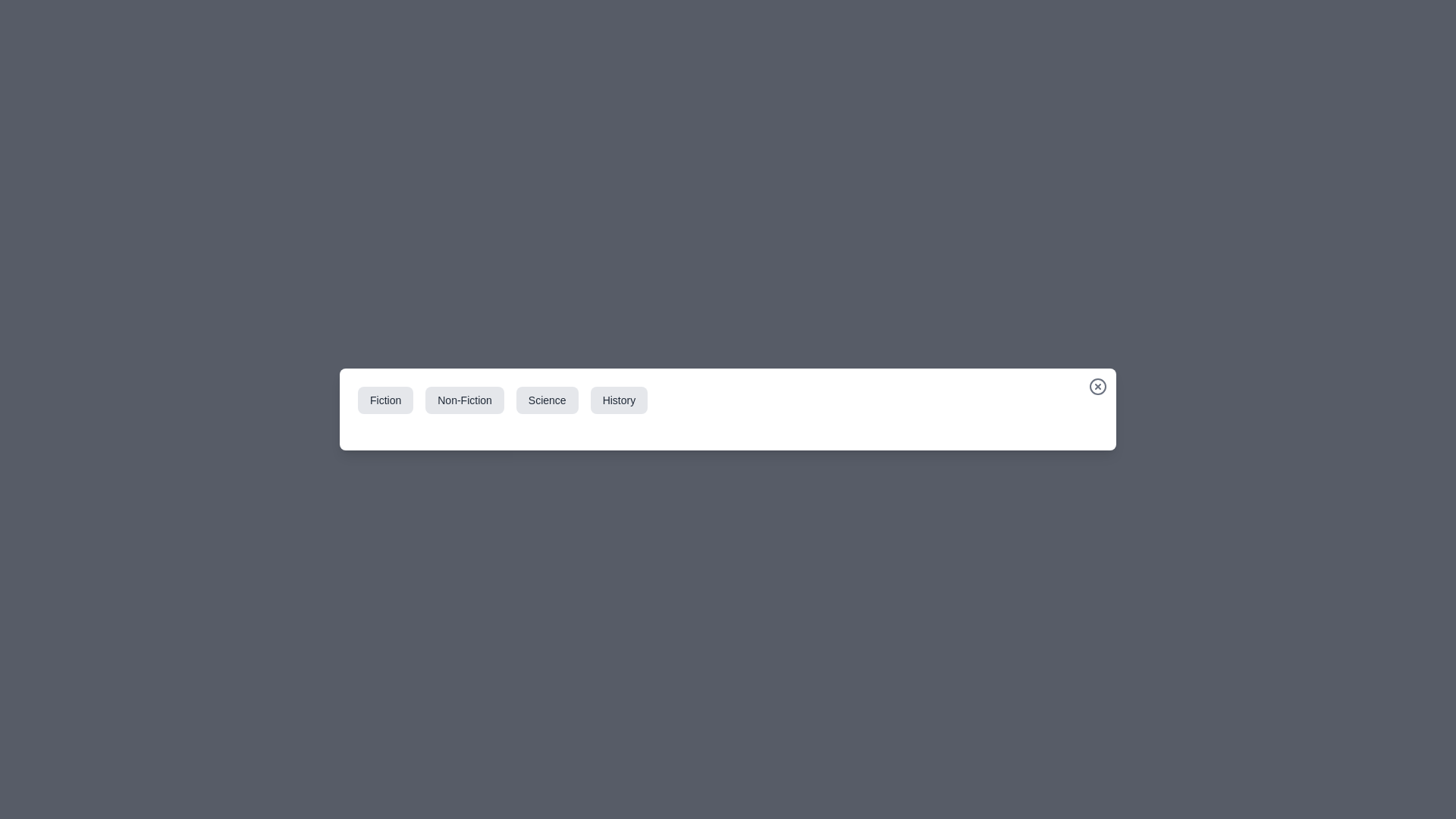  Describe the element at coordinates (619, 400) in the screenshot. I see `the category tab labeled History` at that location.